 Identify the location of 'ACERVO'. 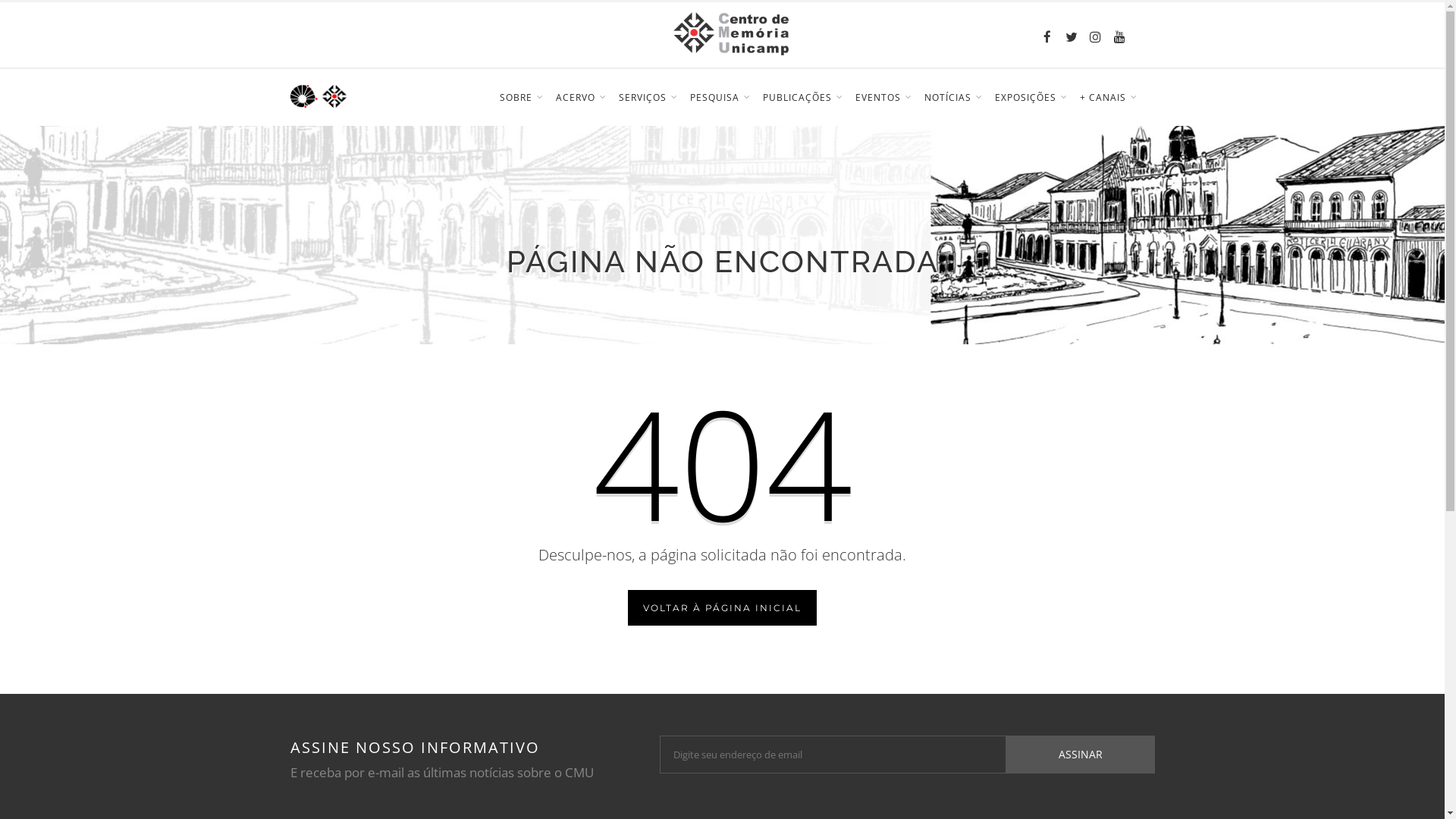
(579, 97).